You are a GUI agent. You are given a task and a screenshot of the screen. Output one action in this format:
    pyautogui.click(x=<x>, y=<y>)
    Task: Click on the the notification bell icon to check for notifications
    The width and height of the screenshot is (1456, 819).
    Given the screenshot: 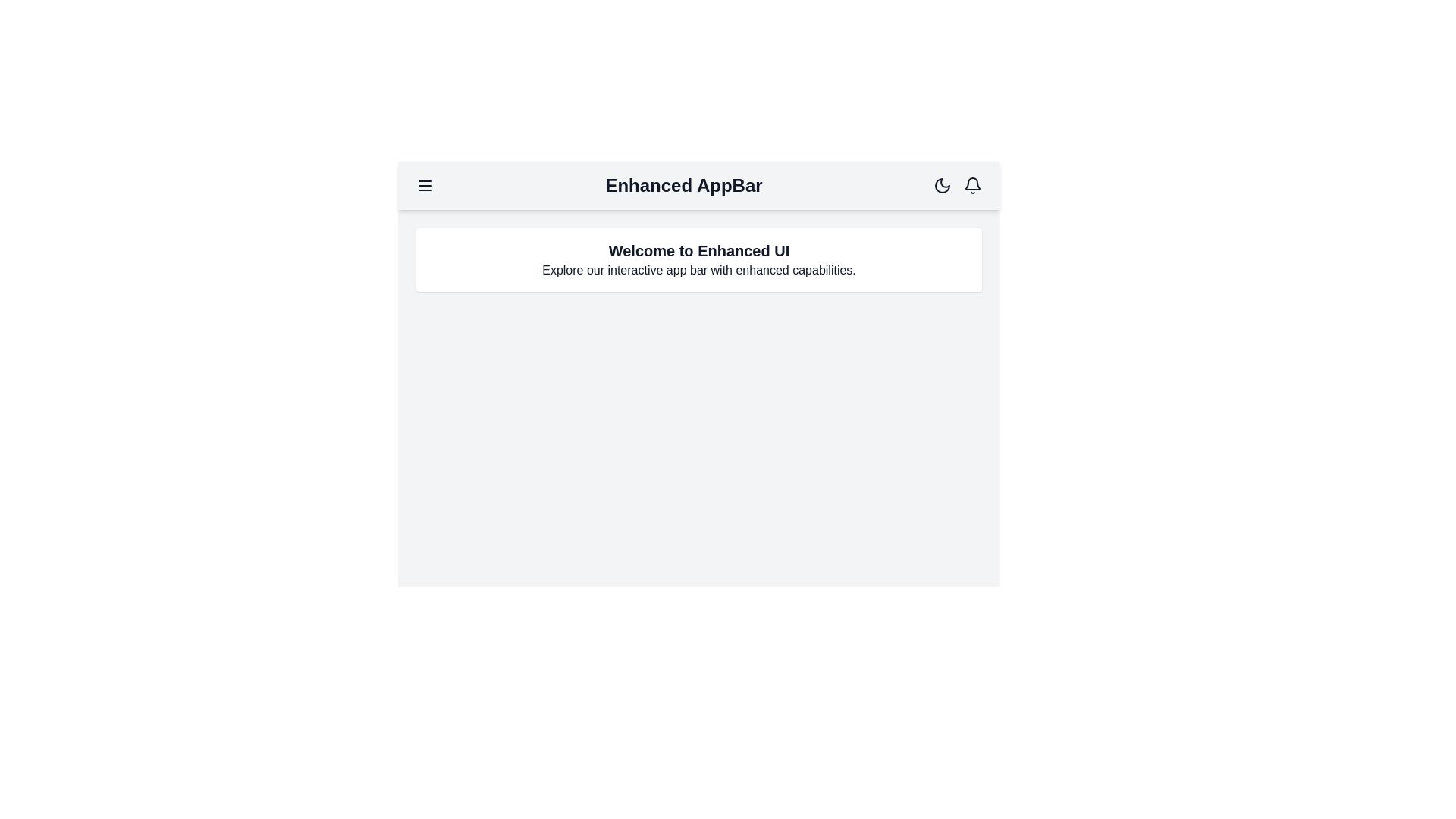 What is the action you would take?
    pyautogui.click(x=972, y=185)
    